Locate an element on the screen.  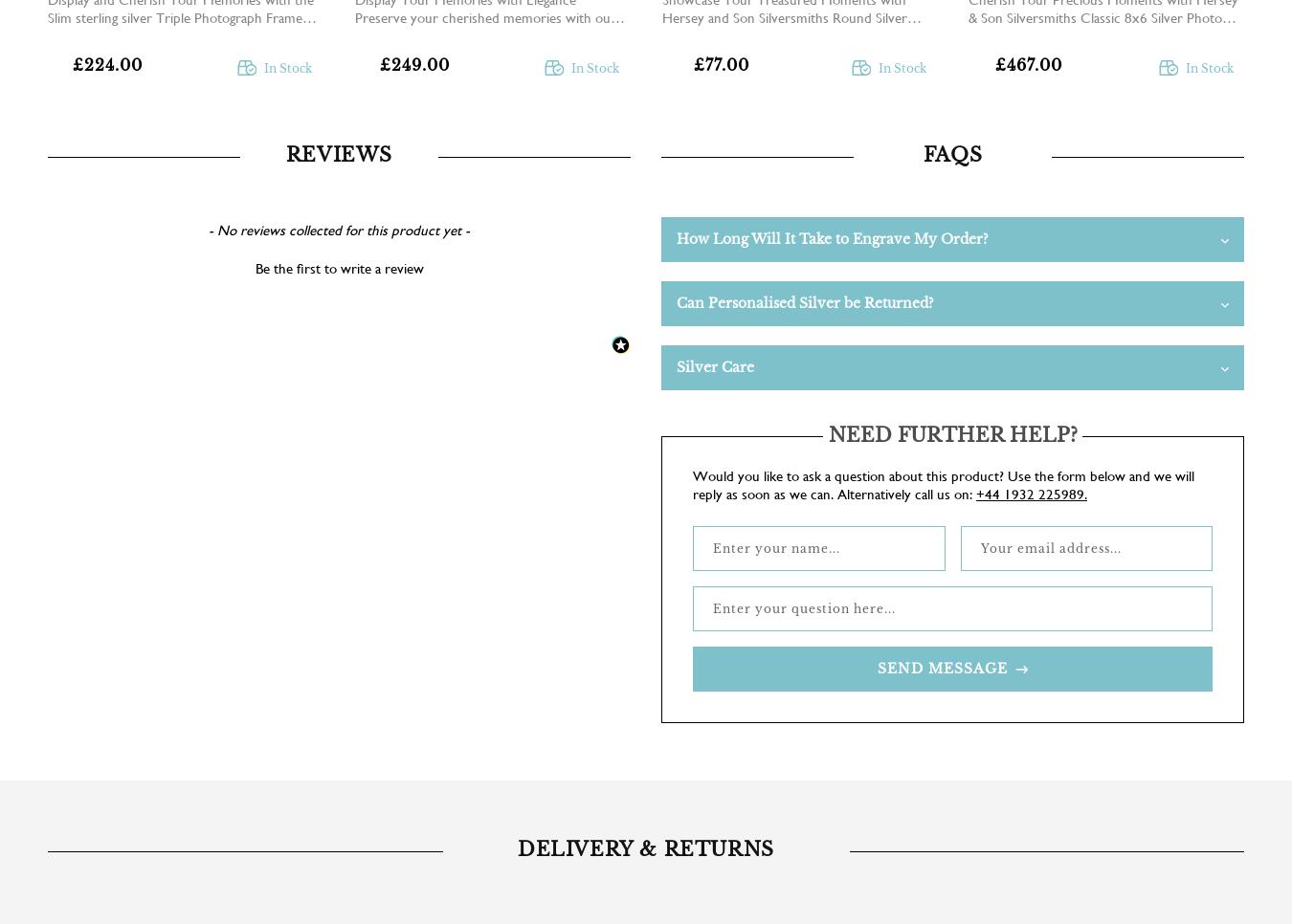
'£467.00' is located at coordinates (1028, 65).